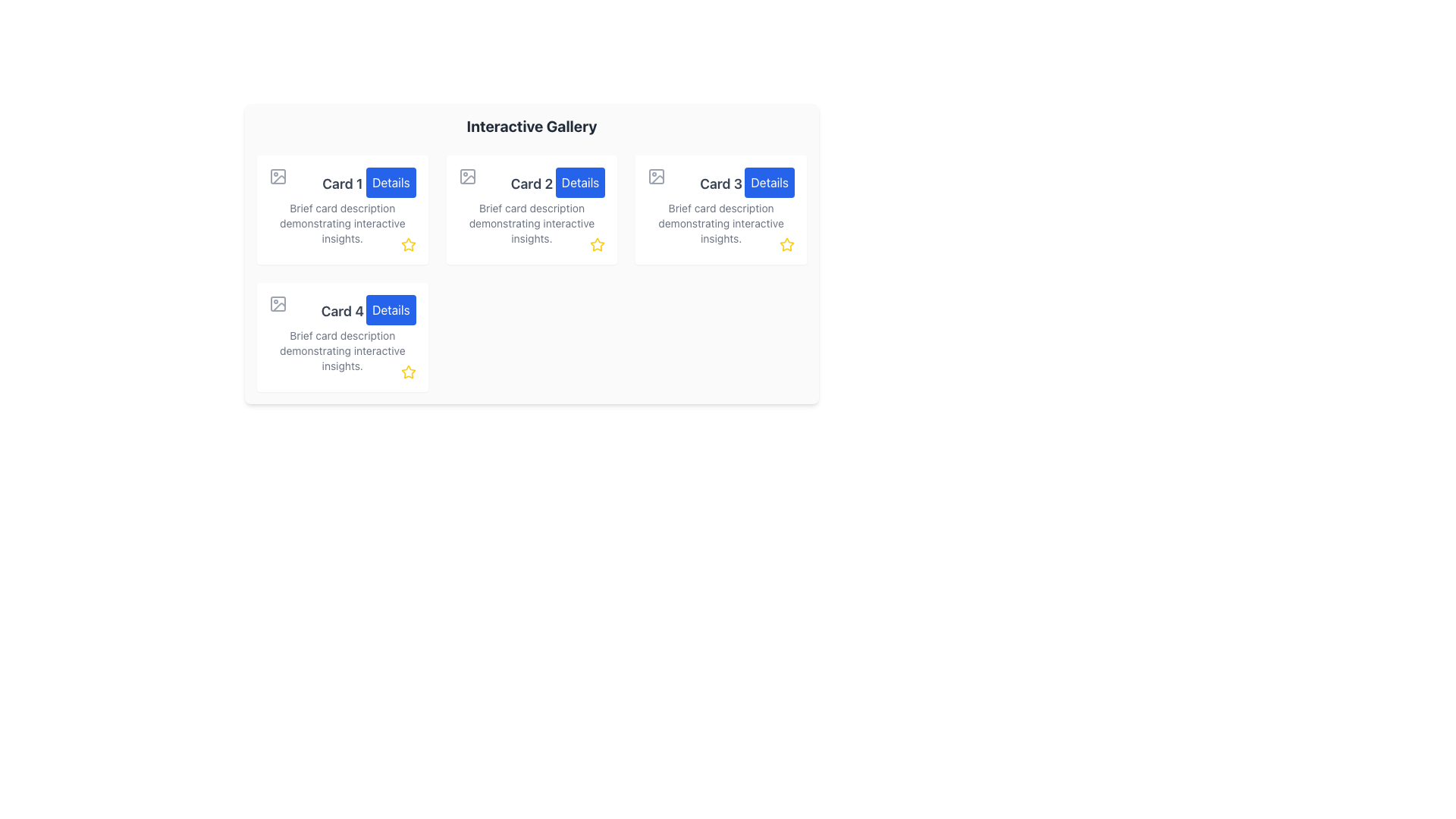 This screenshot has width=1456, height=819. I want to click on the text label that reads 'Brief card description demonstrating interactive insights.' located below the 'Card 3' title in the 'Interactive Gallery.', so click(720, 223).